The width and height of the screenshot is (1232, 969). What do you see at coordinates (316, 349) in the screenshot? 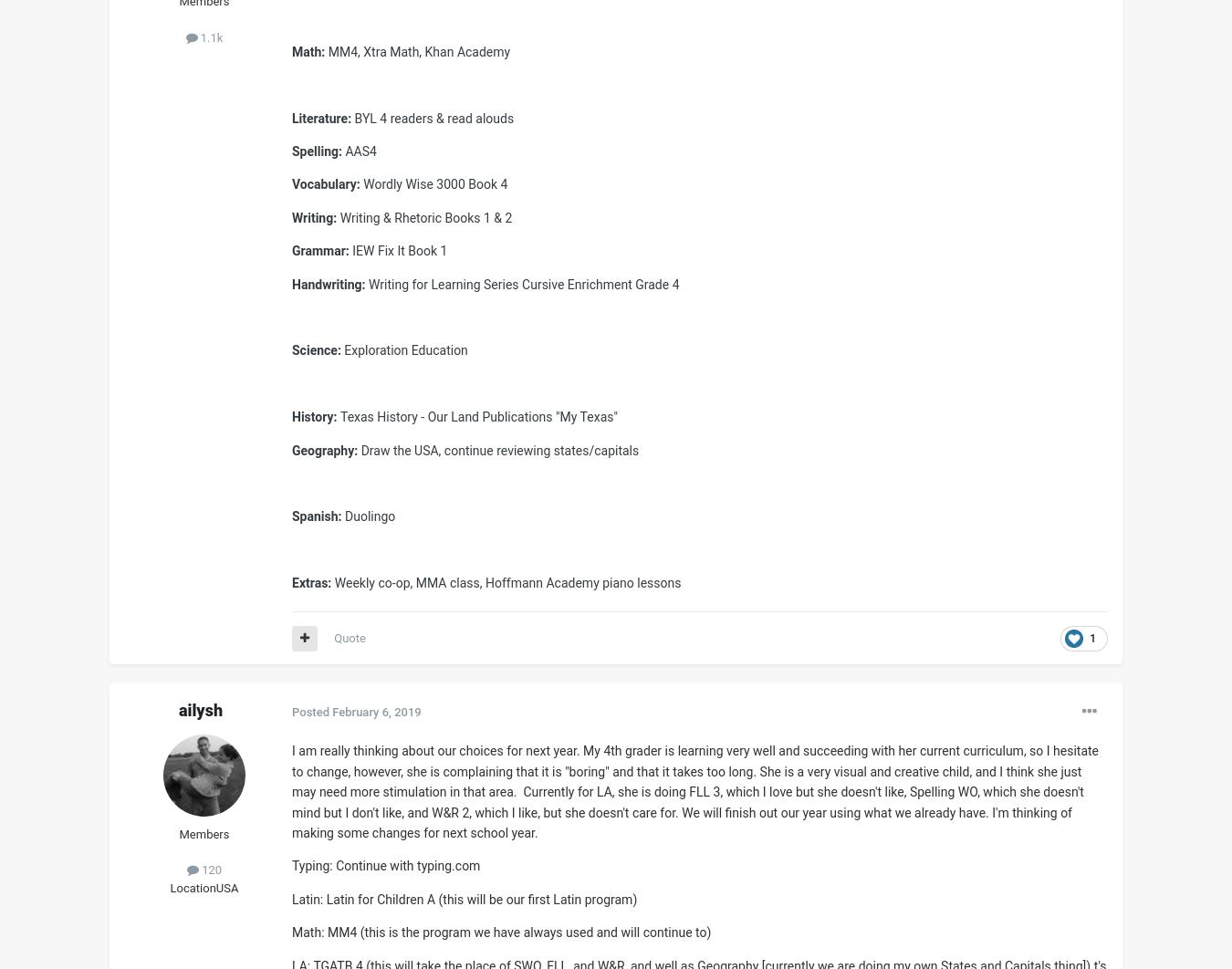
I see `'Science:'` at bounding box center [316, 349].